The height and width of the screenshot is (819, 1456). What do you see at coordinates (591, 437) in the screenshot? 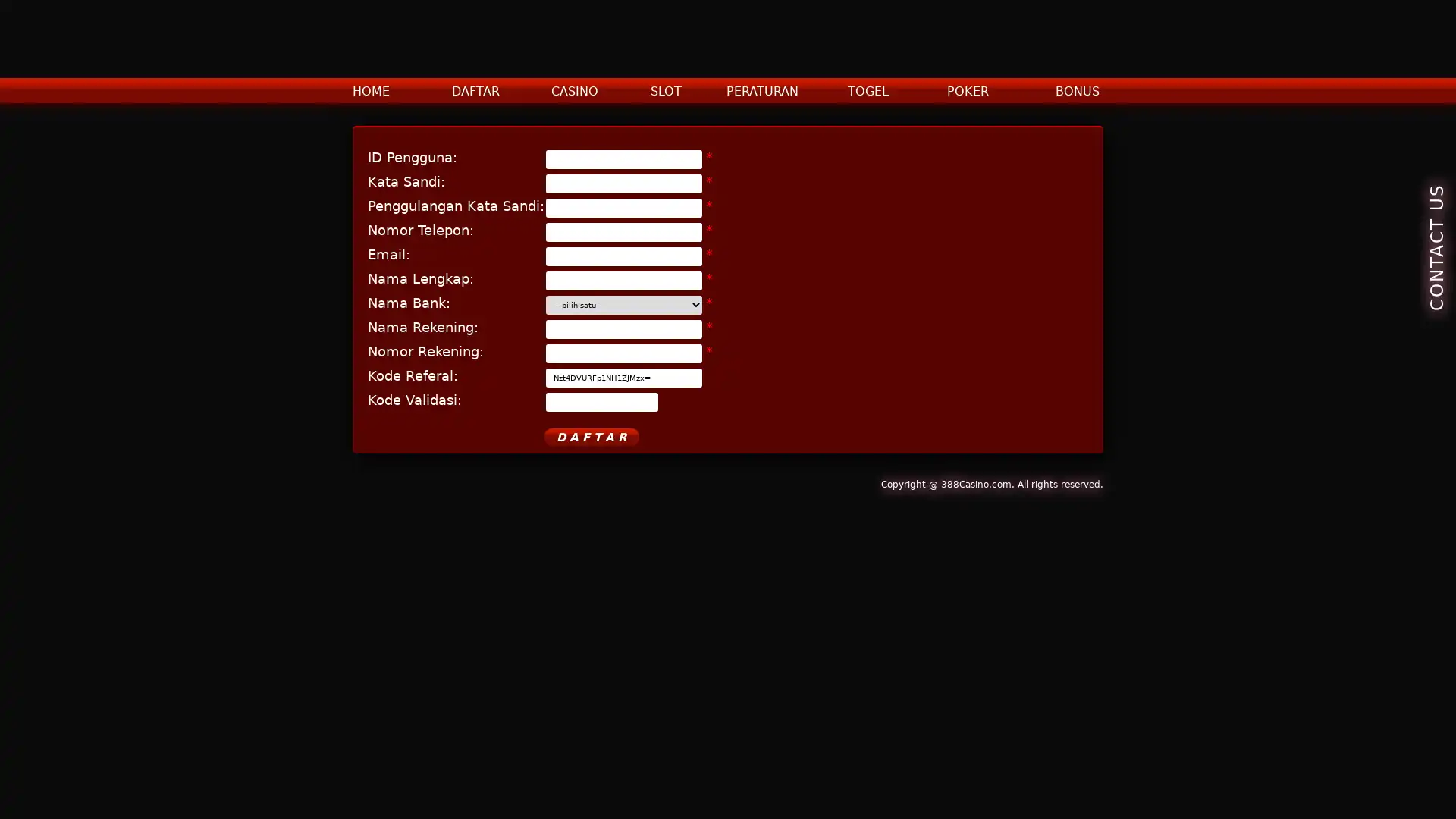
I see `D A F T A R` at bounding box center [591, 437].